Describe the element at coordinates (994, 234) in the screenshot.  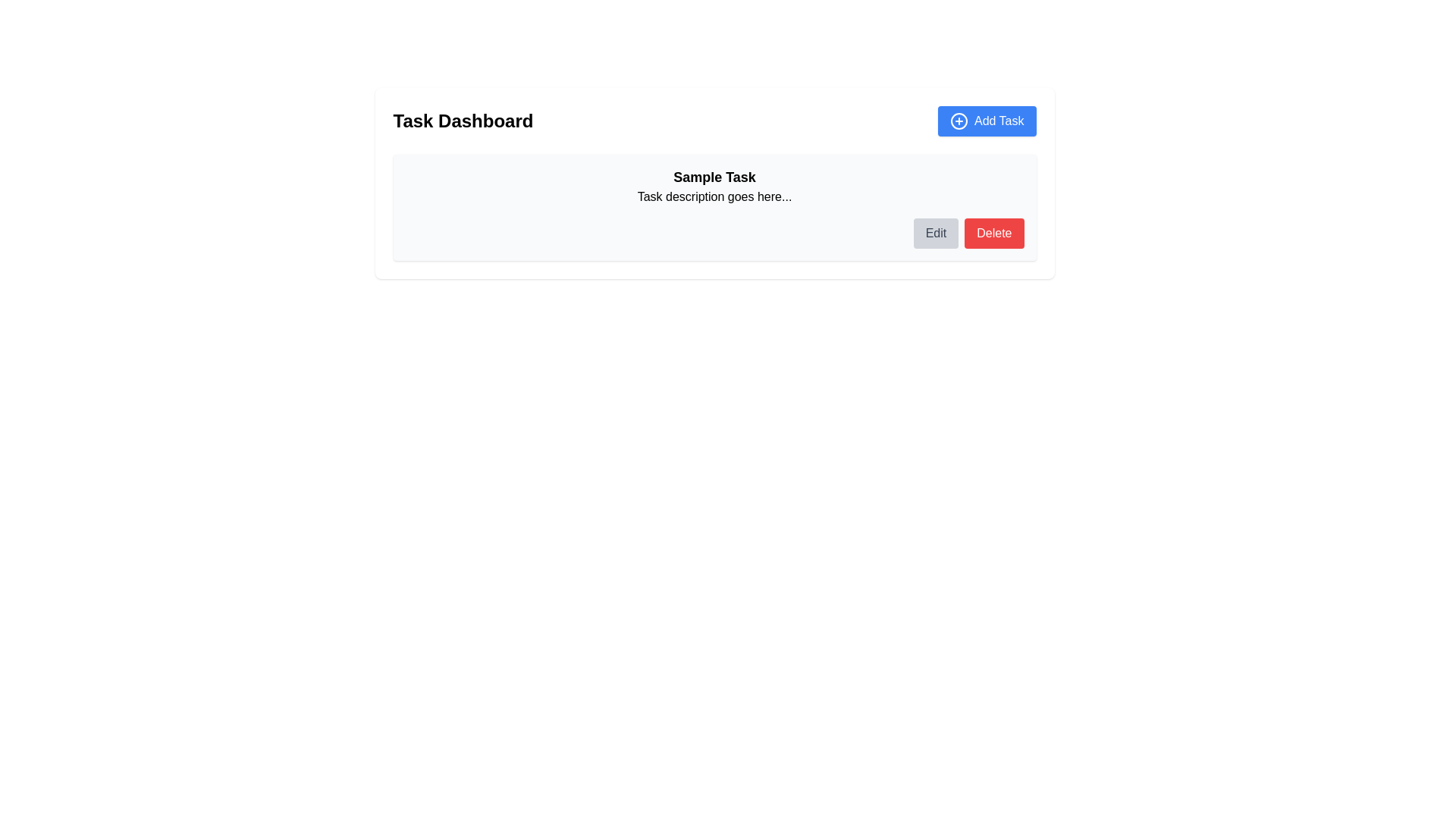
I see `the delete button located to the right of the 'Edit' button in the bottom-right corner of the task card using keyboard navigation` at that location.